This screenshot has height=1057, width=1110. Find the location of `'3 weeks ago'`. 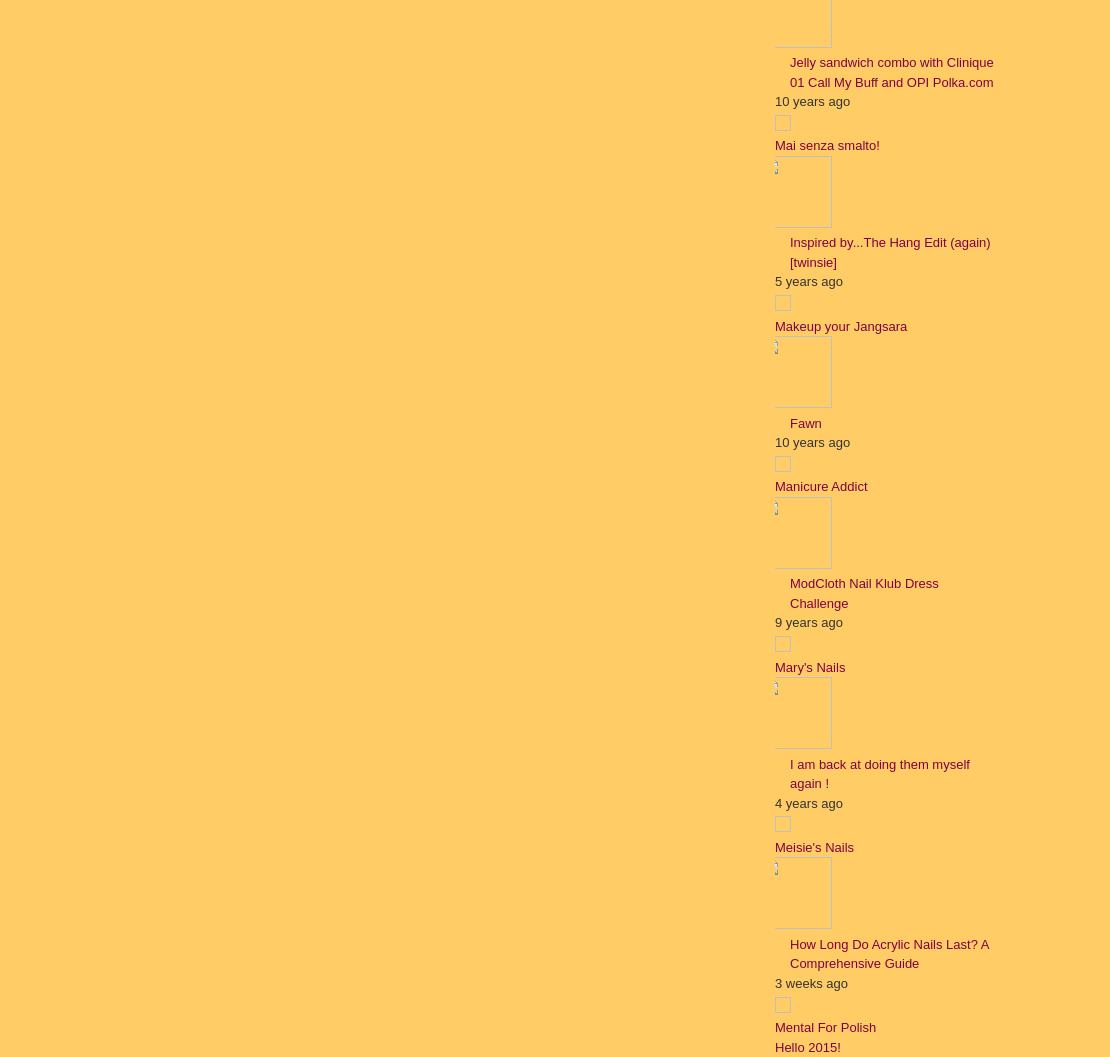

'3 weeks ago' is located at coordinates (774, 982).